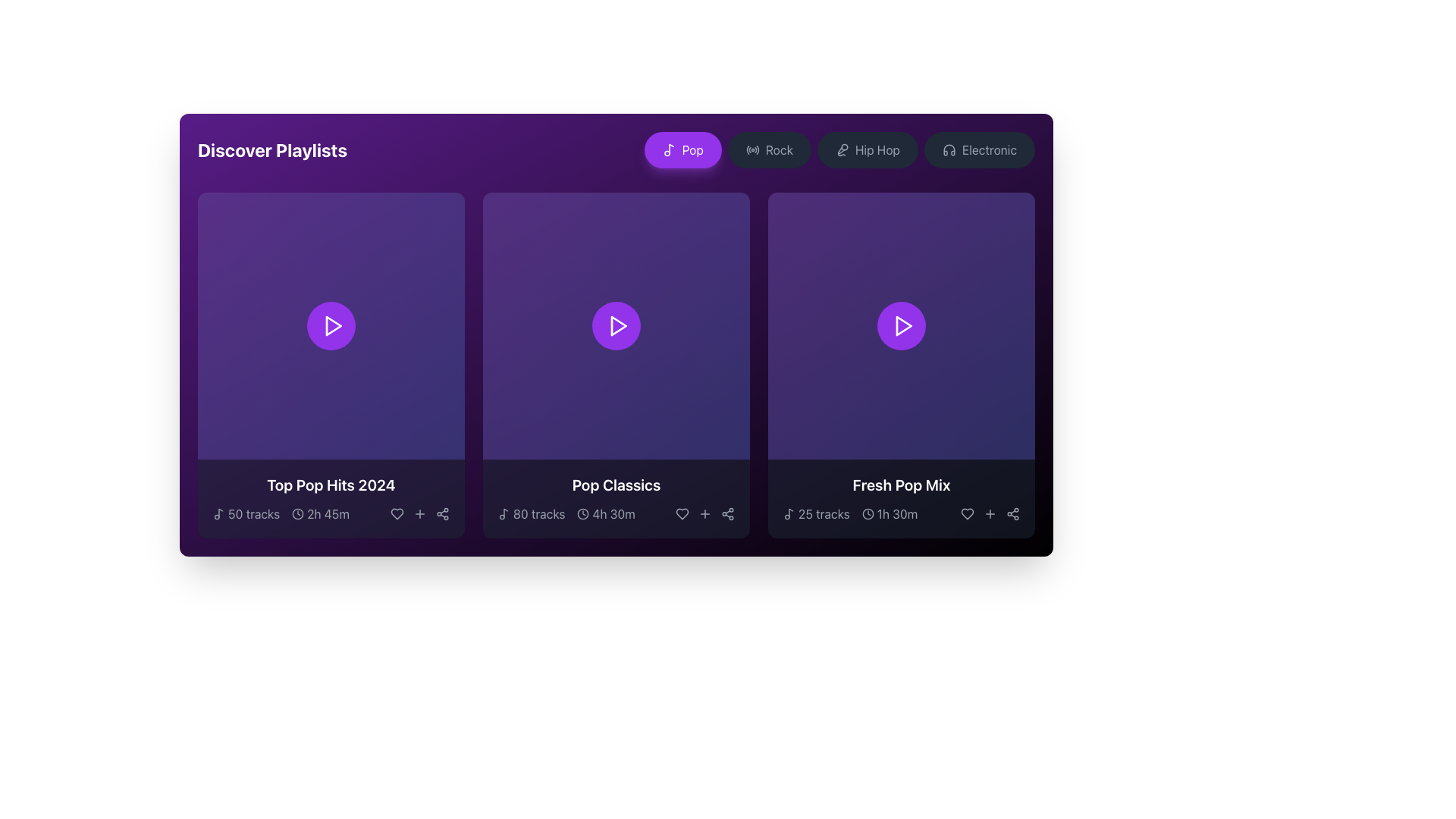 The width and height of the screenshot is (1456, 819). What do you see at coordinates (704, 513) in the screenshot?
I see `the '+' icon button in the bottom middle section of the 'Pop Classics' playlist card` at bounding box center [704, 513].